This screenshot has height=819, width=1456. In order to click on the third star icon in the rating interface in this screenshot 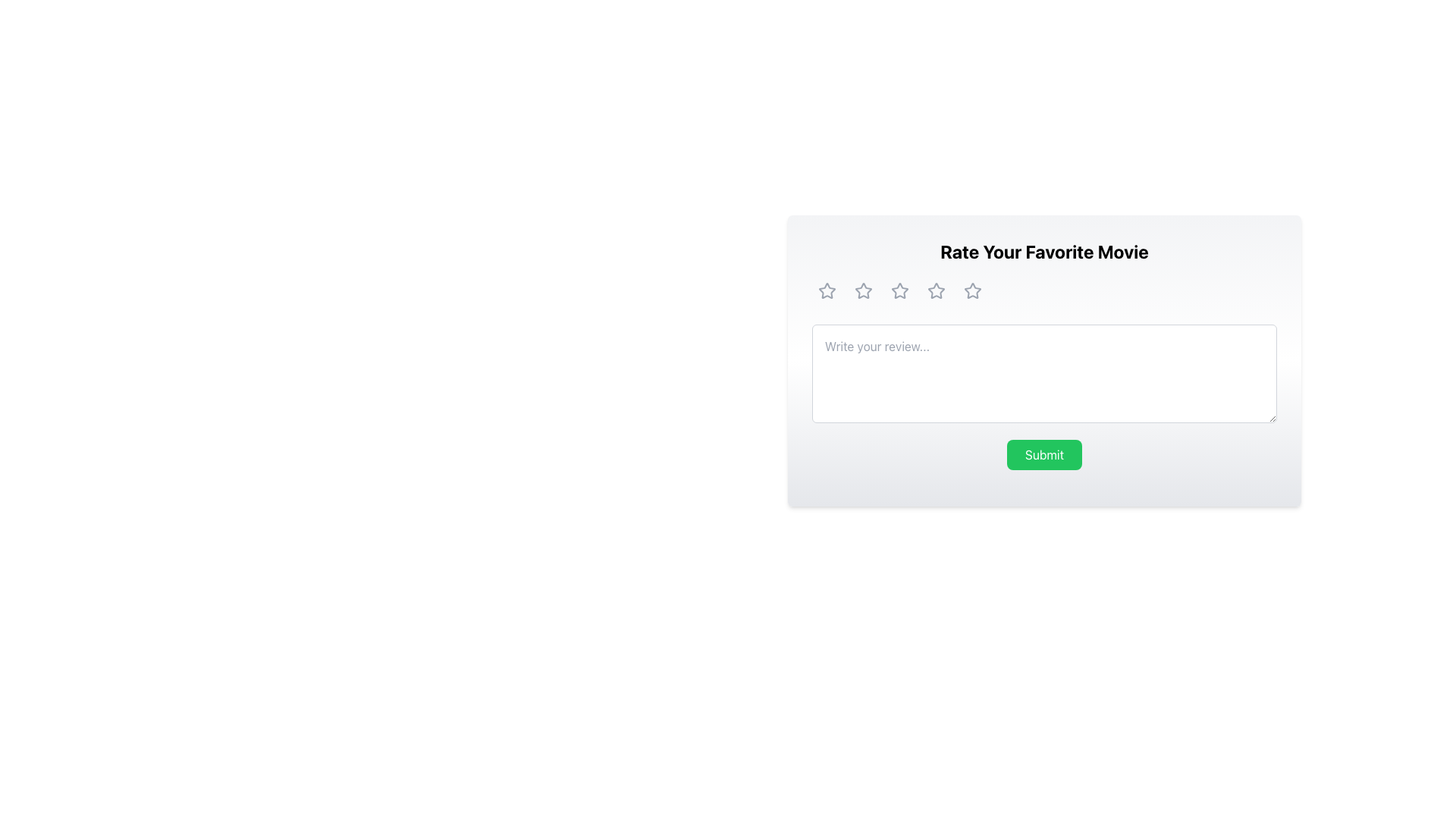, I will do `click(935, 290)`.